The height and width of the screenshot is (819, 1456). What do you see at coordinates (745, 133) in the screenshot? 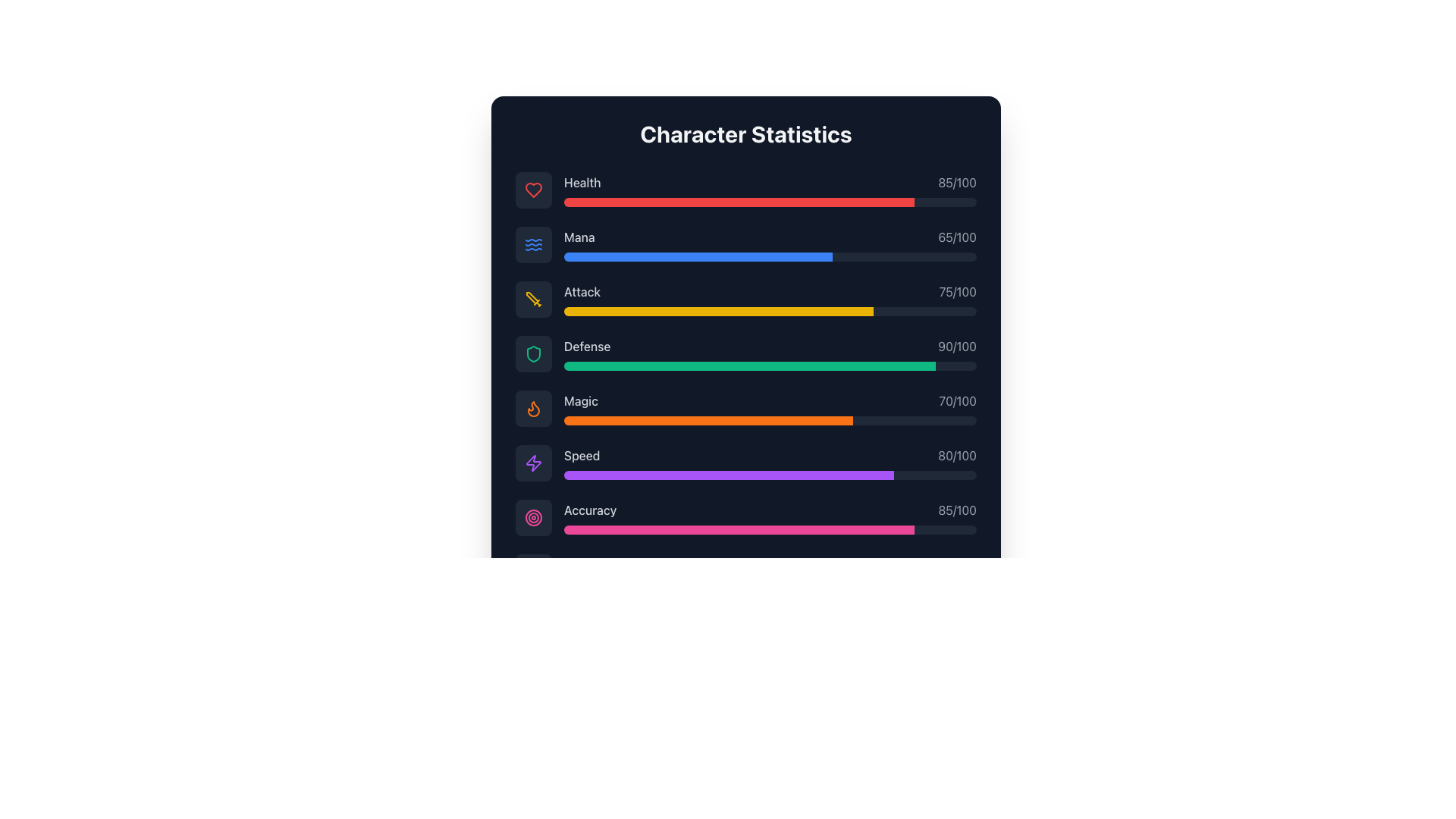
I see `the text element functioning as a heading or title located at the top of the character statistics card` at bounding box center [745, 133].